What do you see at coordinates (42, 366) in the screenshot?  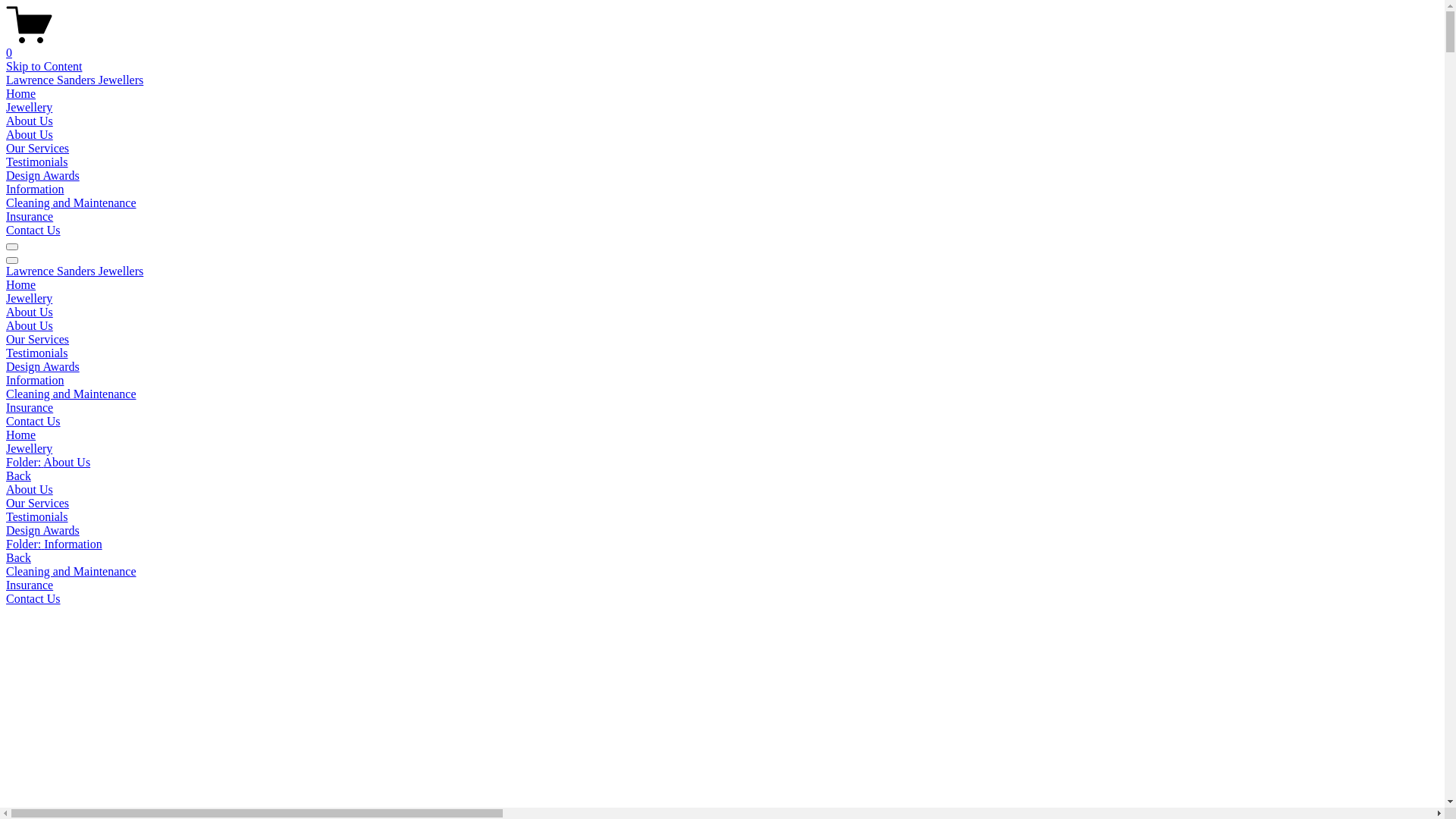 I see `'Design Awards'` at bounding box center [42, 366].